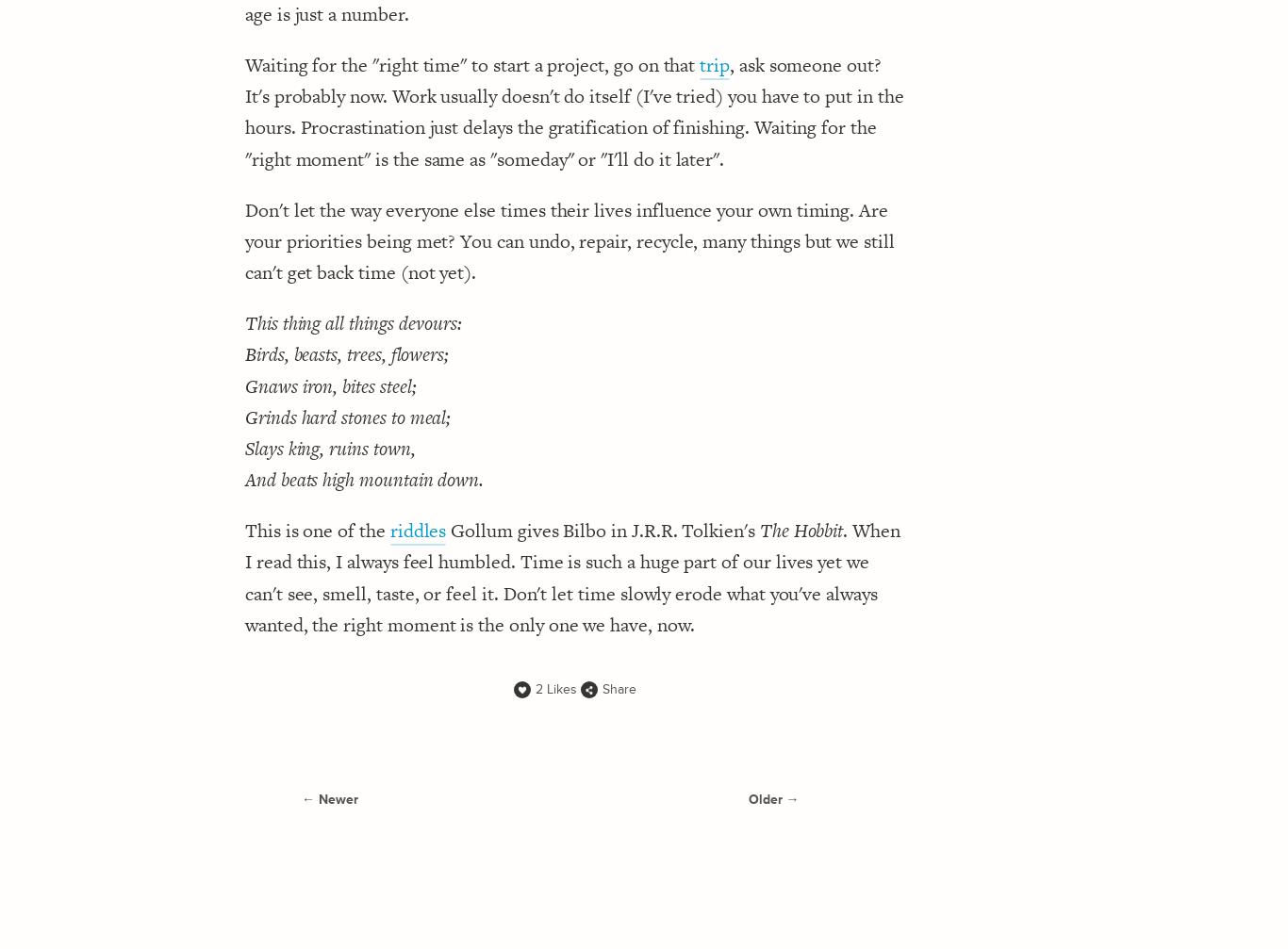  I want to click on '. When I read this, I always feel humbled. Time is such a huge part of our lives yet we can't see, smell, taste, or feel it. Don't let time slowly erode what you've always wanted, the right moment is the only one we have, now.', so click(571, 576).